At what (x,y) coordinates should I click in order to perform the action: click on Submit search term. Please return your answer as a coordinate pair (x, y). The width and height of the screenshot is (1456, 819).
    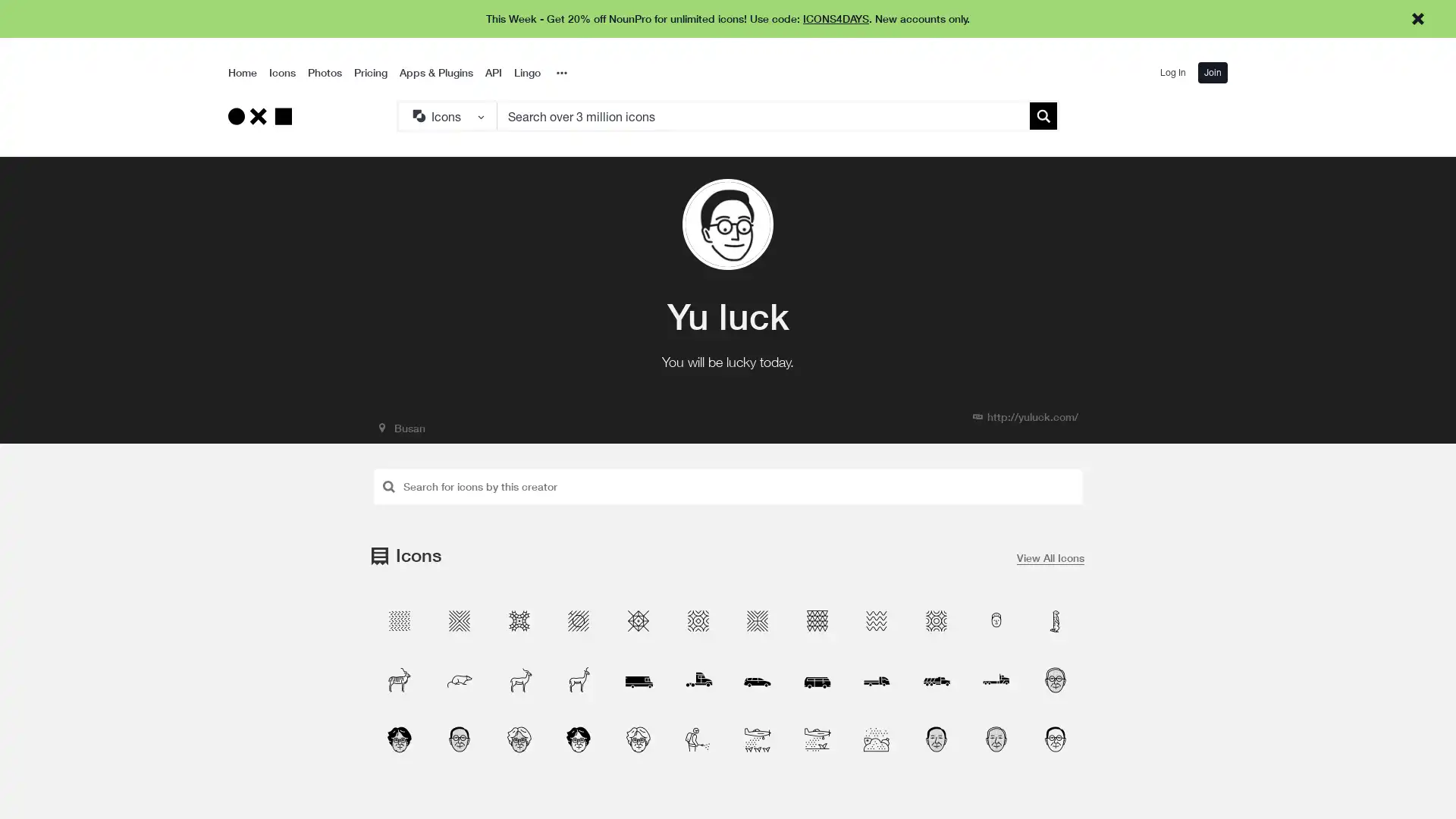
    Looking at the image, I should click on (1041, 115).